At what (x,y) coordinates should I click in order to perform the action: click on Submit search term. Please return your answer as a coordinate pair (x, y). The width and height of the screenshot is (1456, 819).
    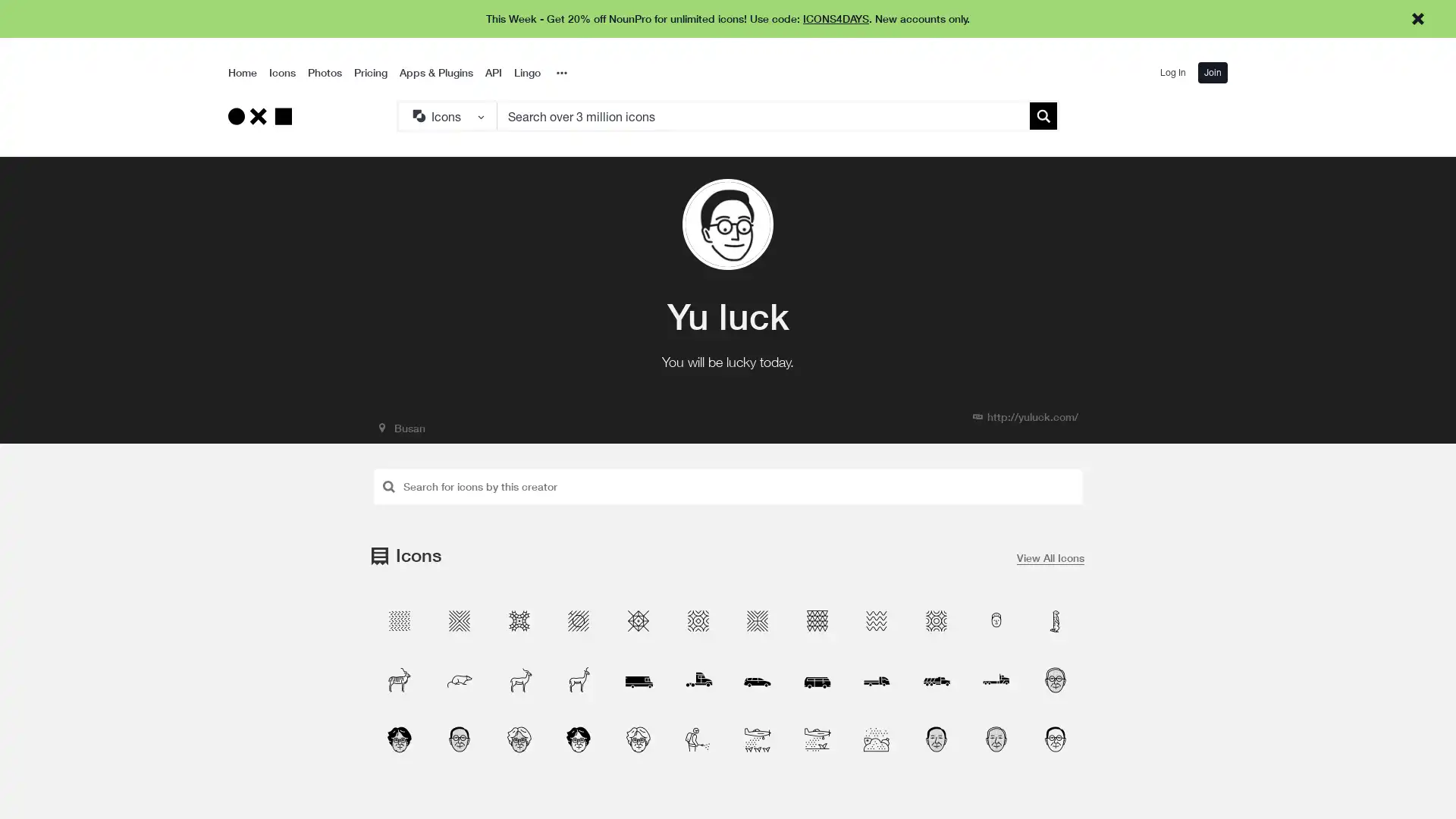
    Looking at the image, I should click on (1041, 115).